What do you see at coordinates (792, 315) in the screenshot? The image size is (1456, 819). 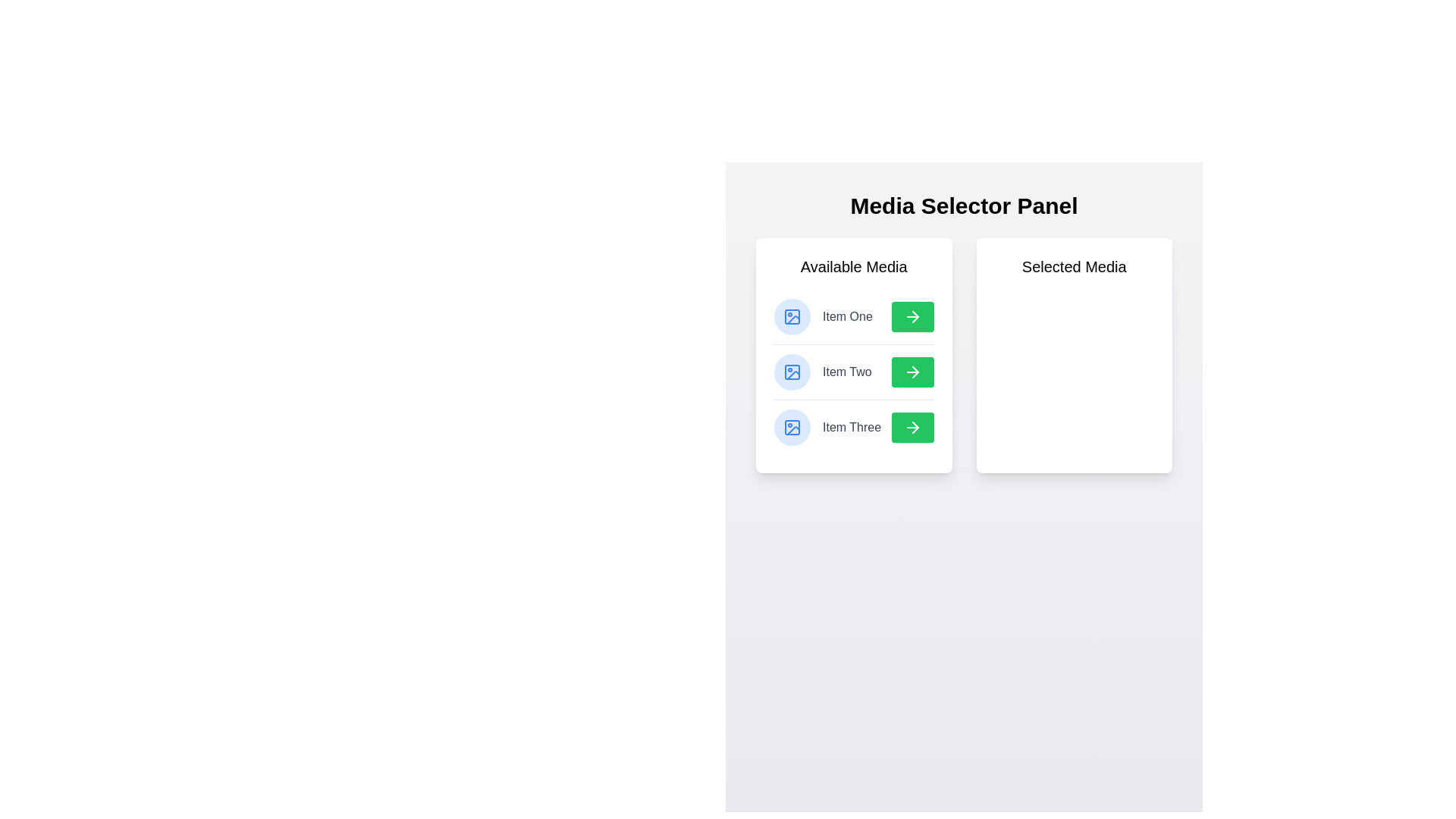 I see `the SVG component of the image icon, which is a square with rounded corners, located in the 'Available Media' section next to 'Item One'` at bounding box center [792, 315].